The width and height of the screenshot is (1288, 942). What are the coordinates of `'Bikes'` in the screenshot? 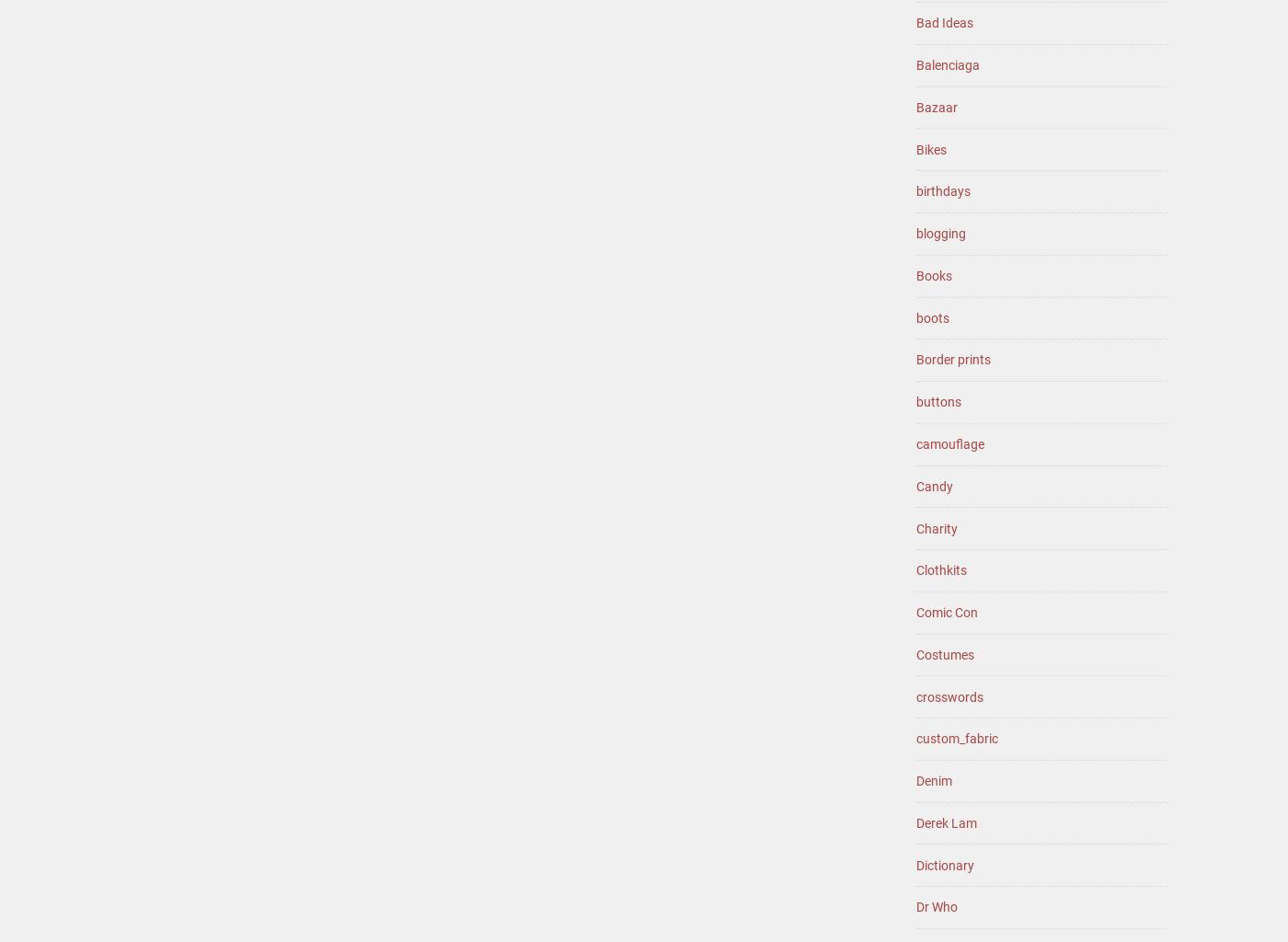 It's located at (931, 147).